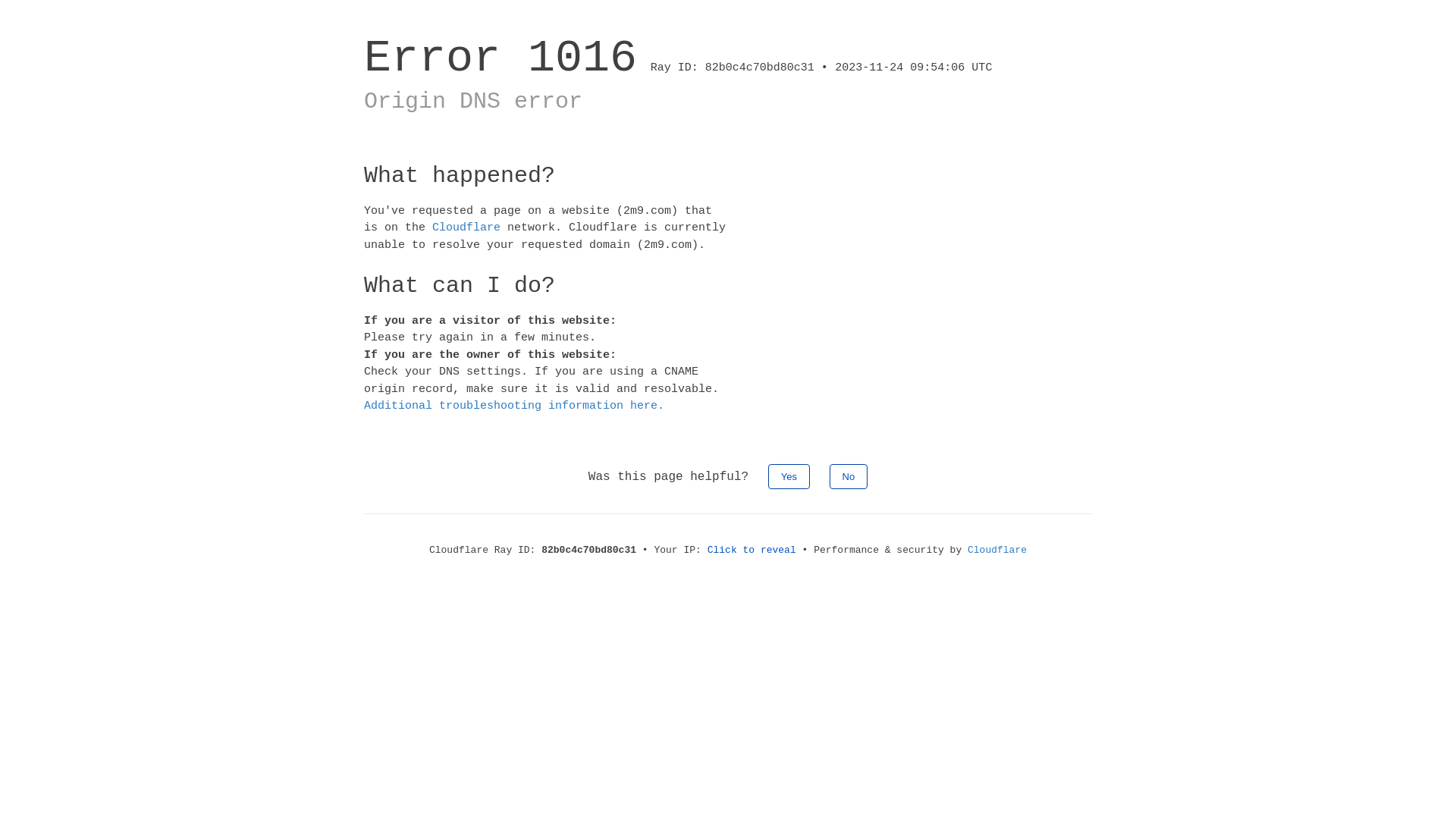 The width and height of the screenshot is (1456, 819). What do you see at coordinates (829, 475) in the screenshot?
I see `'No'` at bounding box center [829, 475].